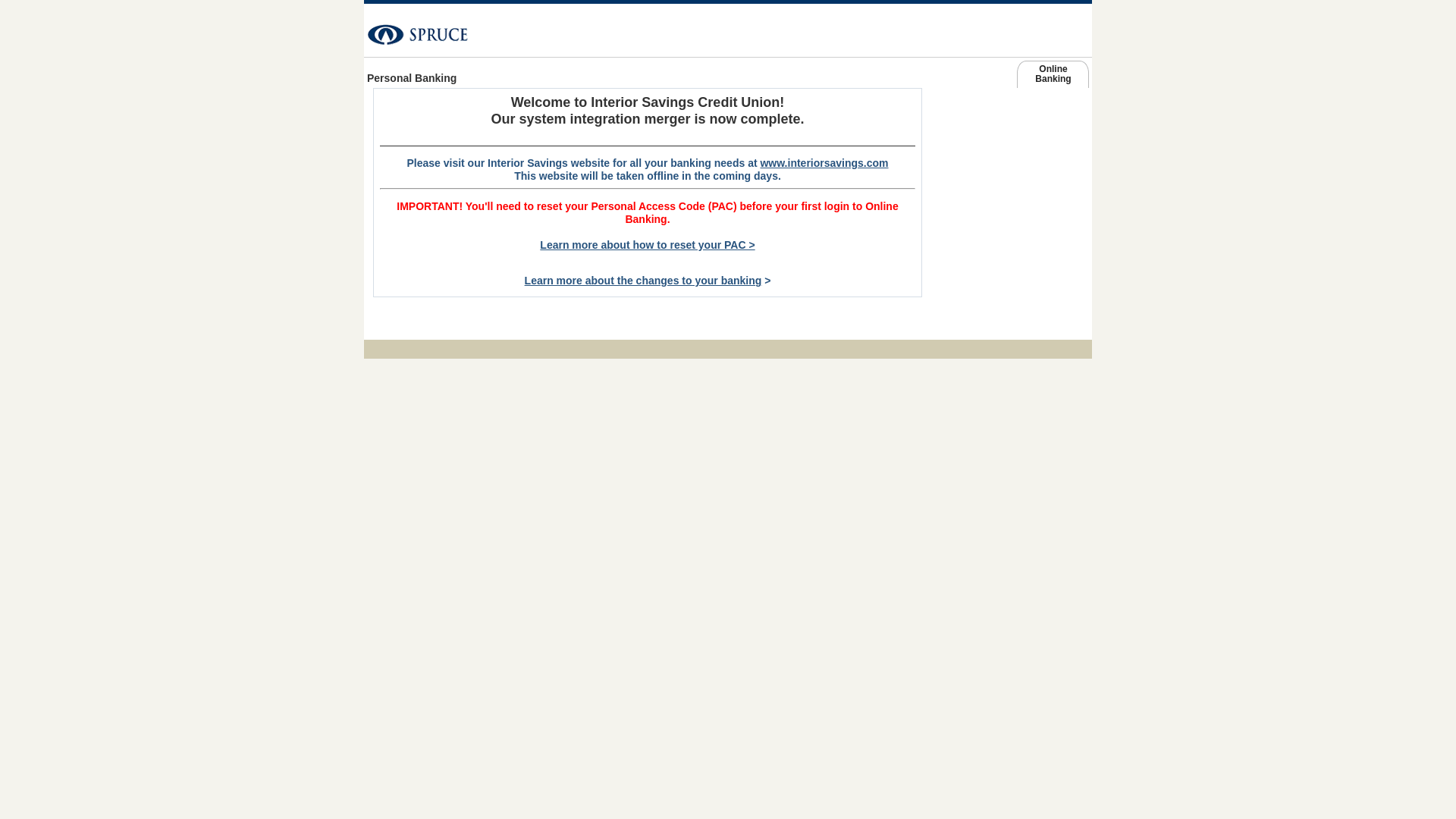  I want to click on 'www.interiorsavings.com', so click(823, 163).